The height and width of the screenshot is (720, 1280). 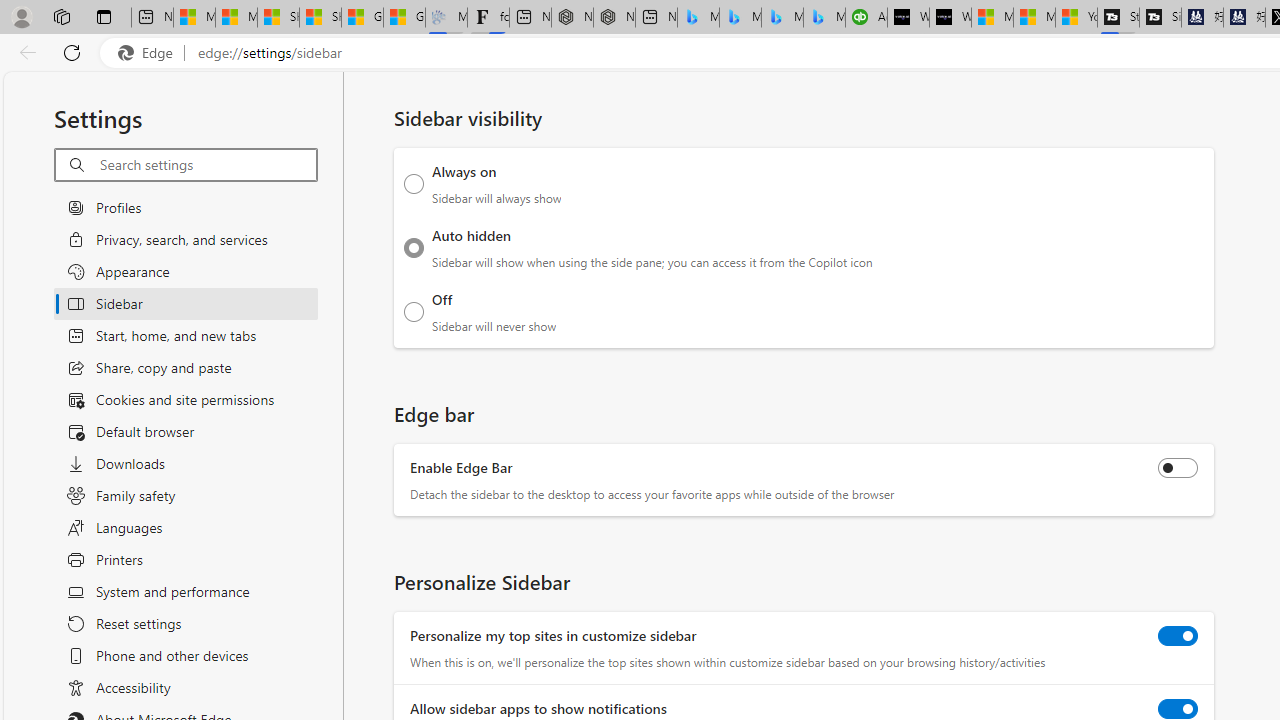 What do you see at coordinates (824, 17) in the screenshot?
I see `'Microsoft Bing Travel - Shangri-La Hotel Bangkok'` at bounding box center [824, 17].